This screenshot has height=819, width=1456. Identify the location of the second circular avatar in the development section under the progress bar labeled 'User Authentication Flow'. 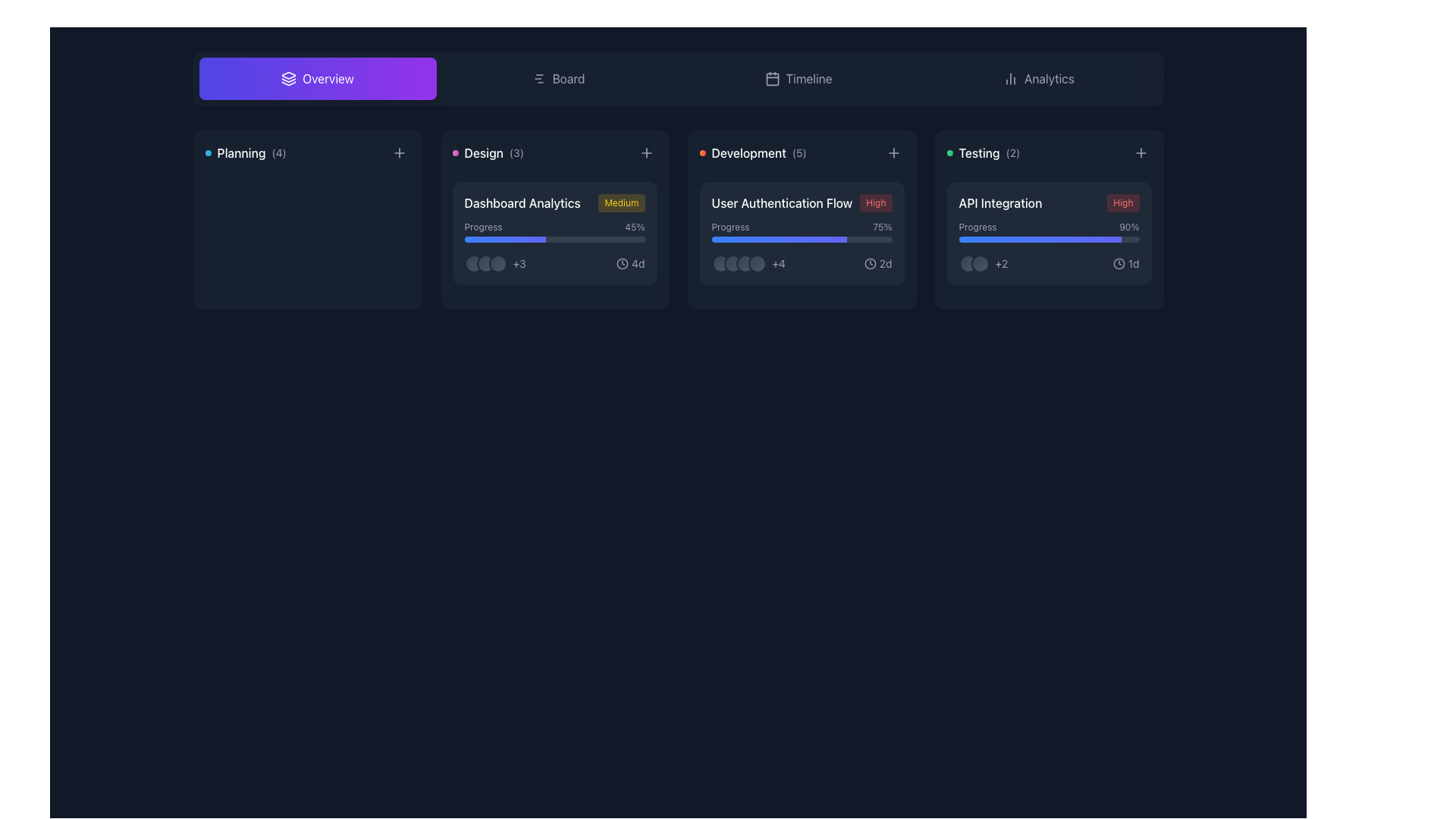
(733, 262).